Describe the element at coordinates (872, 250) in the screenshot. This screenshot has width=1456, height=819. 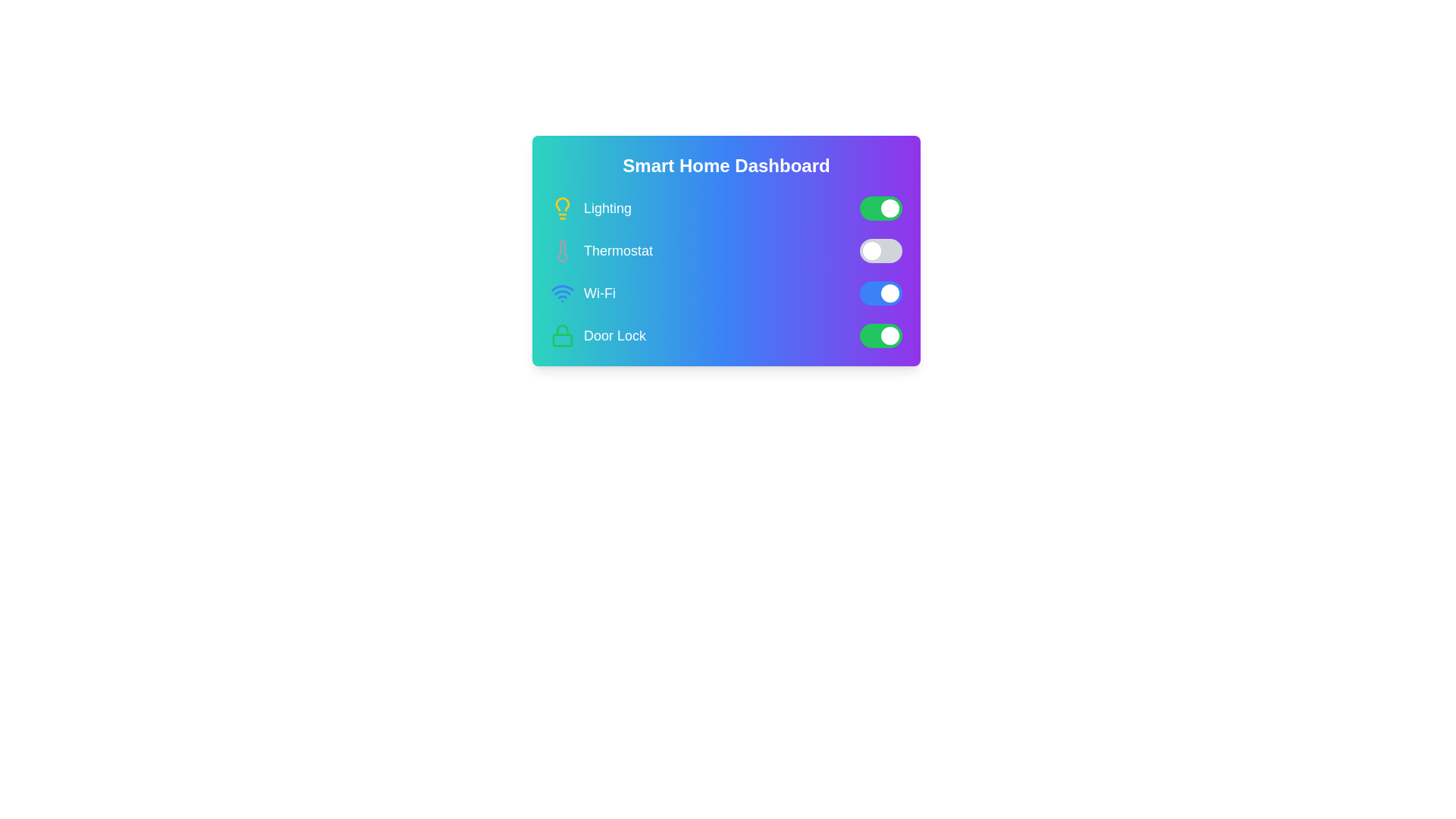
I see `the state of the circular toggle knob, which is a small round element with a white fill, indicating the 'off' state, located slightly towards the left side of the toggle switch background on the second row from the top, directly to the right of the 'Thermostat' label` at that location.